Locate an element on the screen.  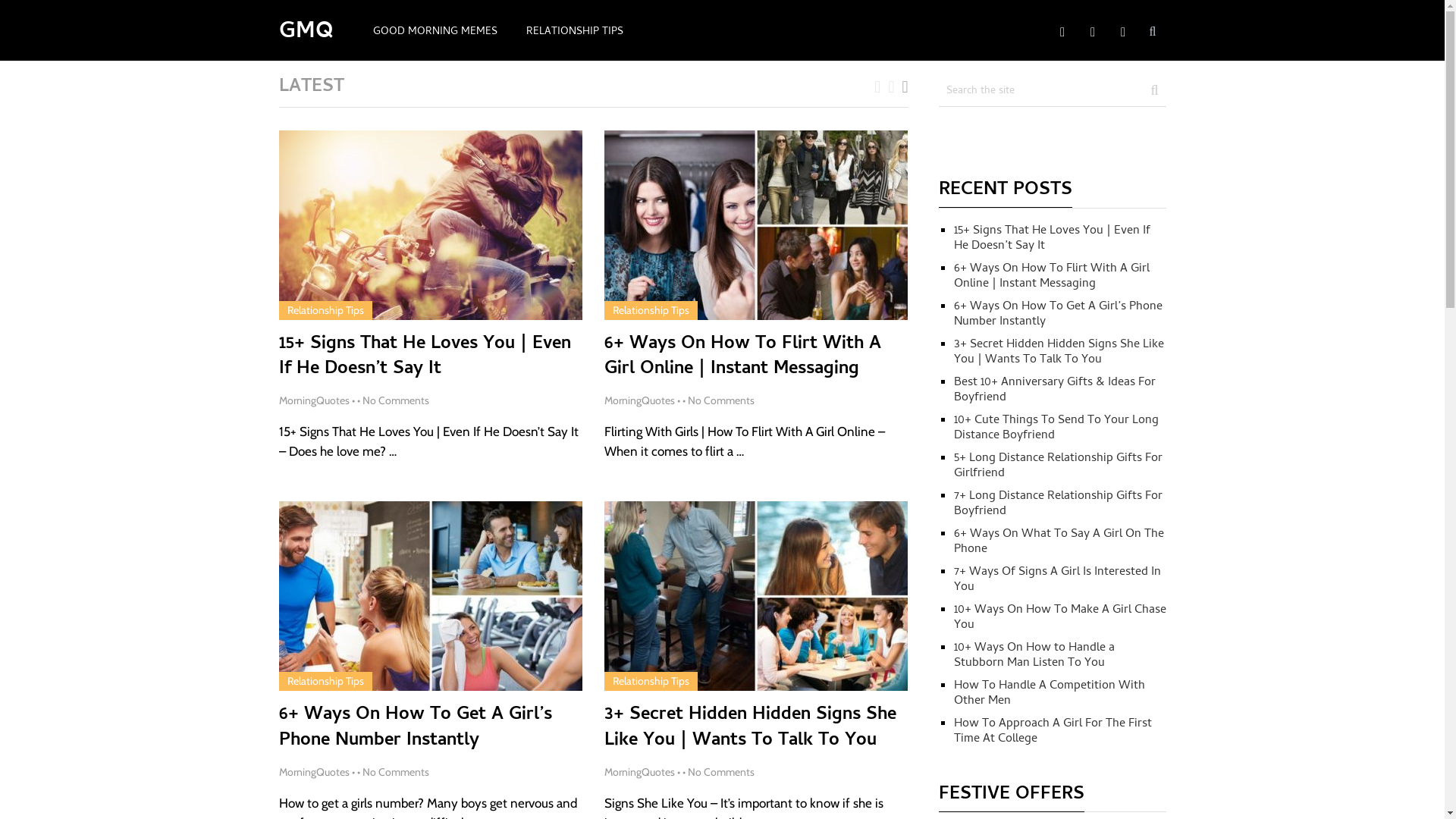
'MorningQuotes' is located at coordinates (313, 772).